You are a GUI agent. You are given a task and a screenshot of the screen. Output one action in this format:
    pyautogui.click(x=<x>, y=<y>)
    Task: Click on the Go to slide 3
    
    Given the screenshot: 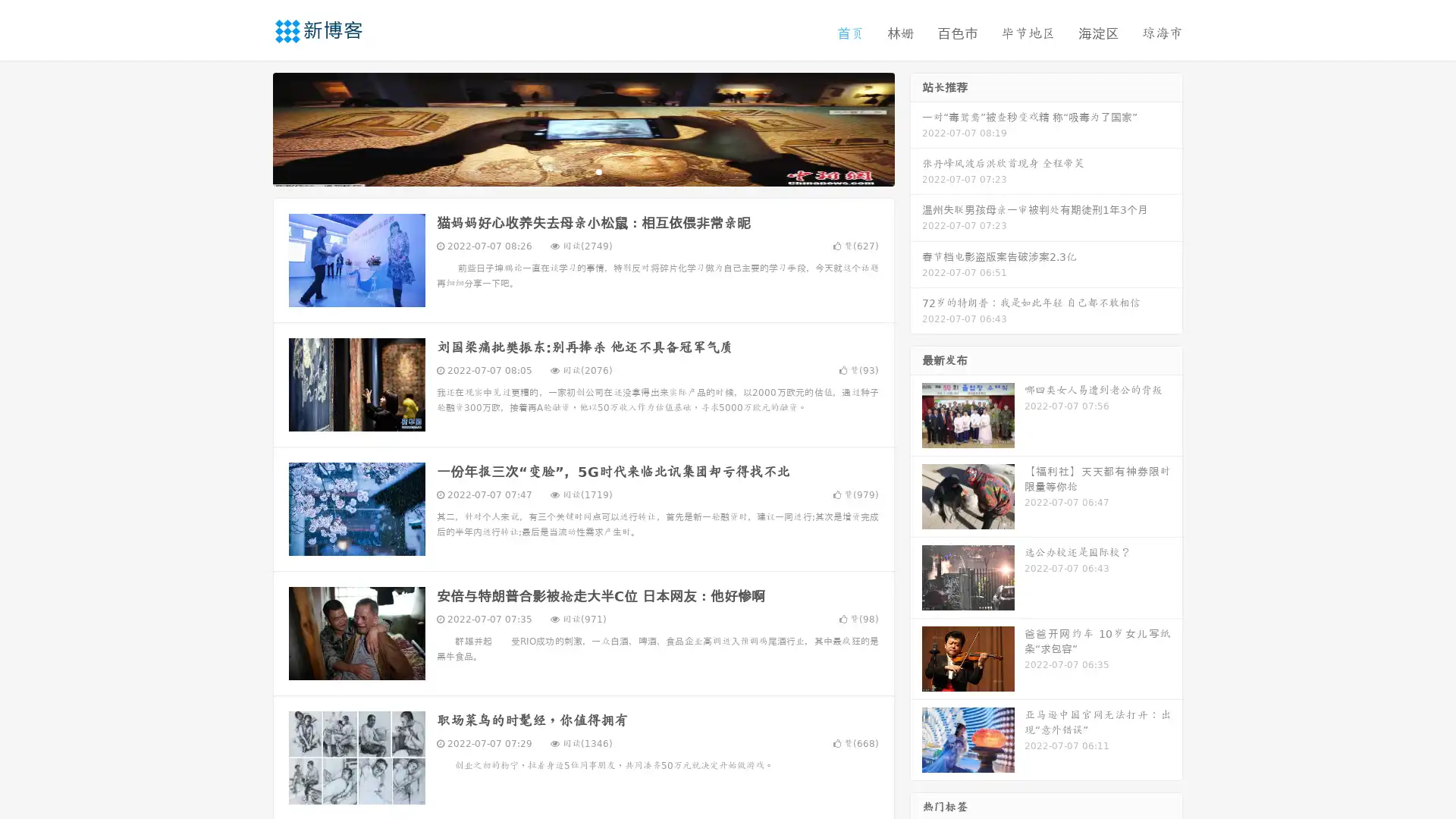 What is the action you would take?
    pyautogui.click(x=598, y=171)
    